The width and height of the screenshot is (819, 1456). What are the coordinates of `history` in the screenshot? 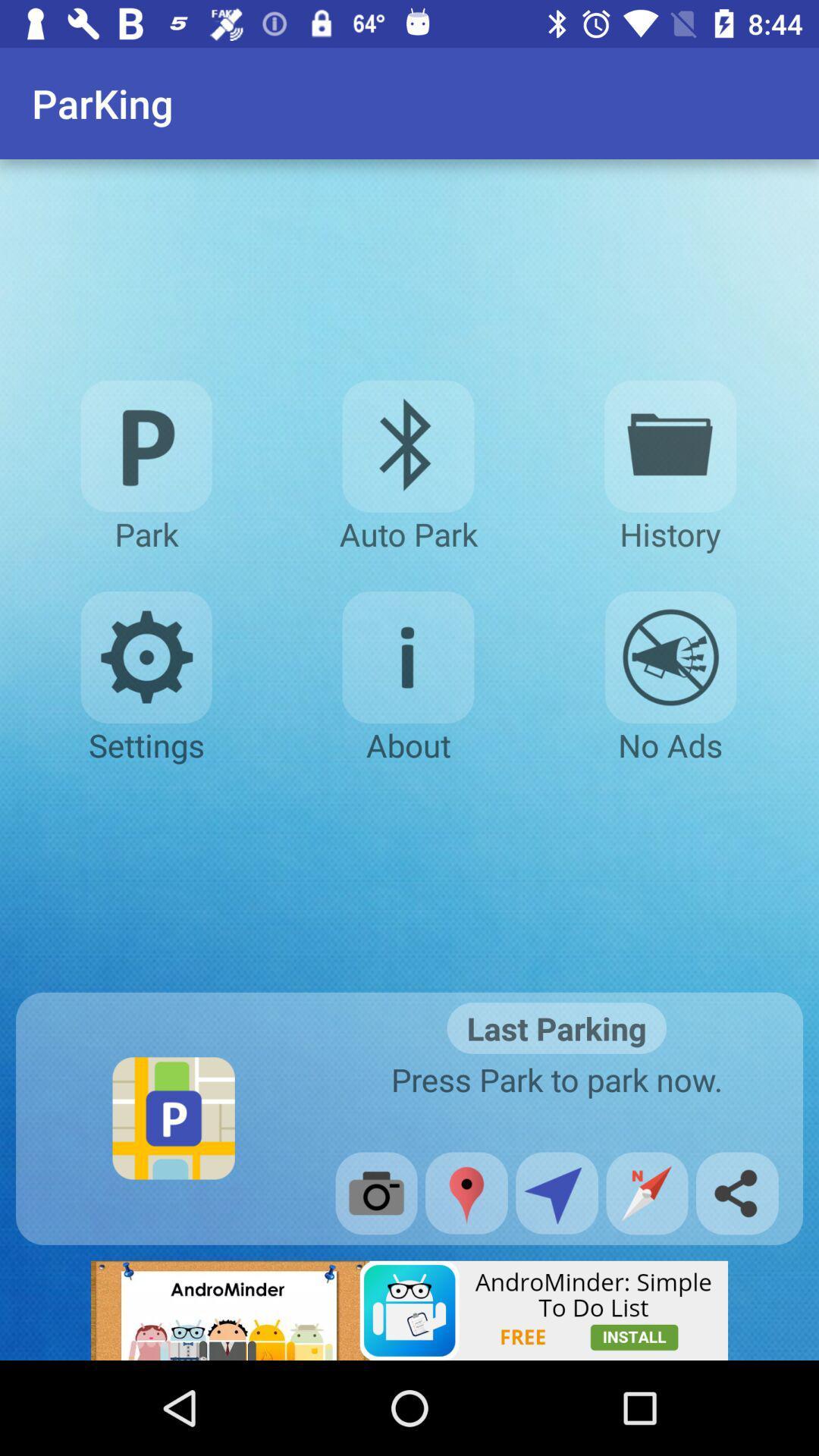 It's located at (670, 445).